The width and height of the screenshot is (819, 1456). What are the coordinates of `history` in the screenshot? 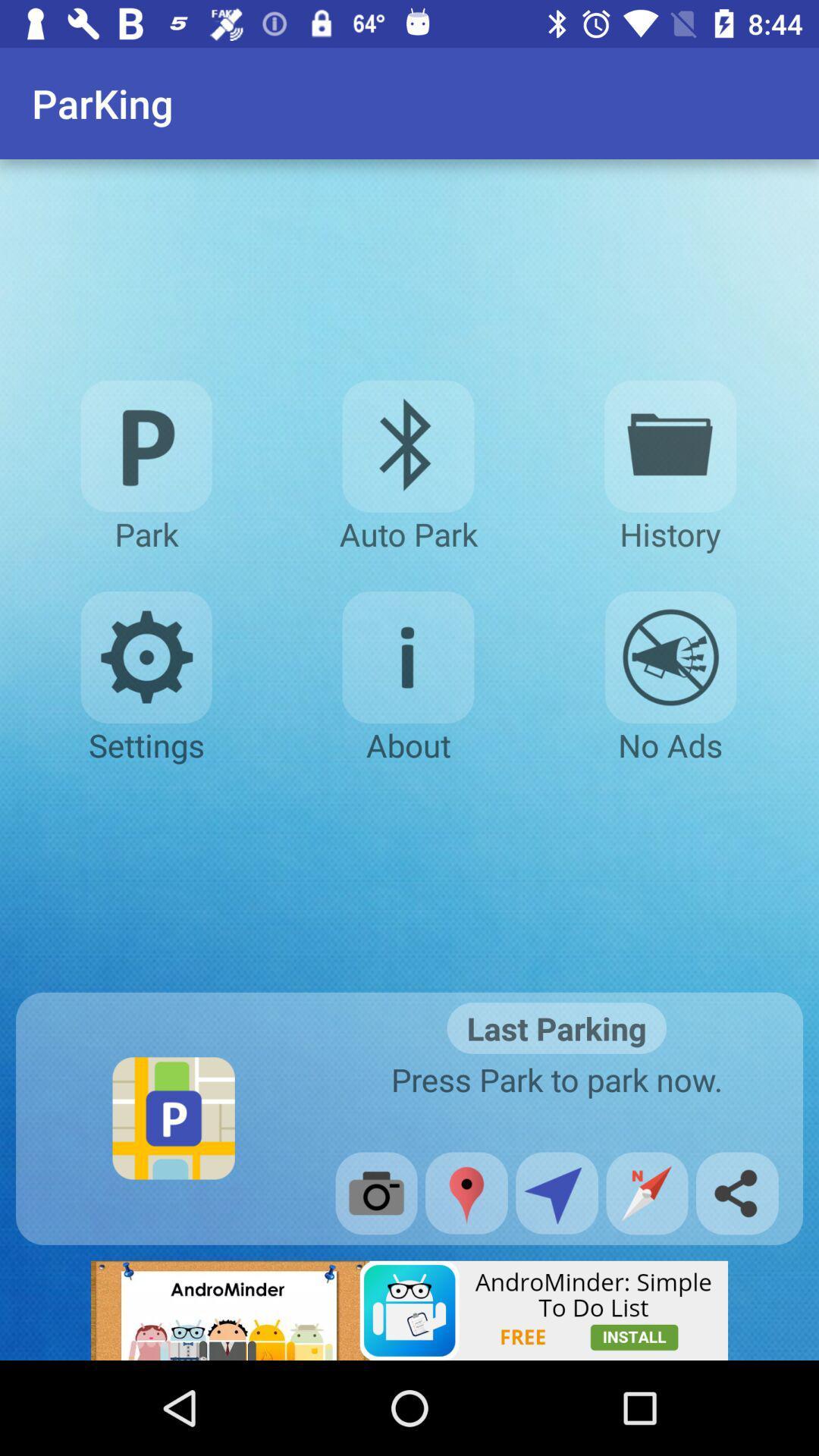 It's located at (670, 445).